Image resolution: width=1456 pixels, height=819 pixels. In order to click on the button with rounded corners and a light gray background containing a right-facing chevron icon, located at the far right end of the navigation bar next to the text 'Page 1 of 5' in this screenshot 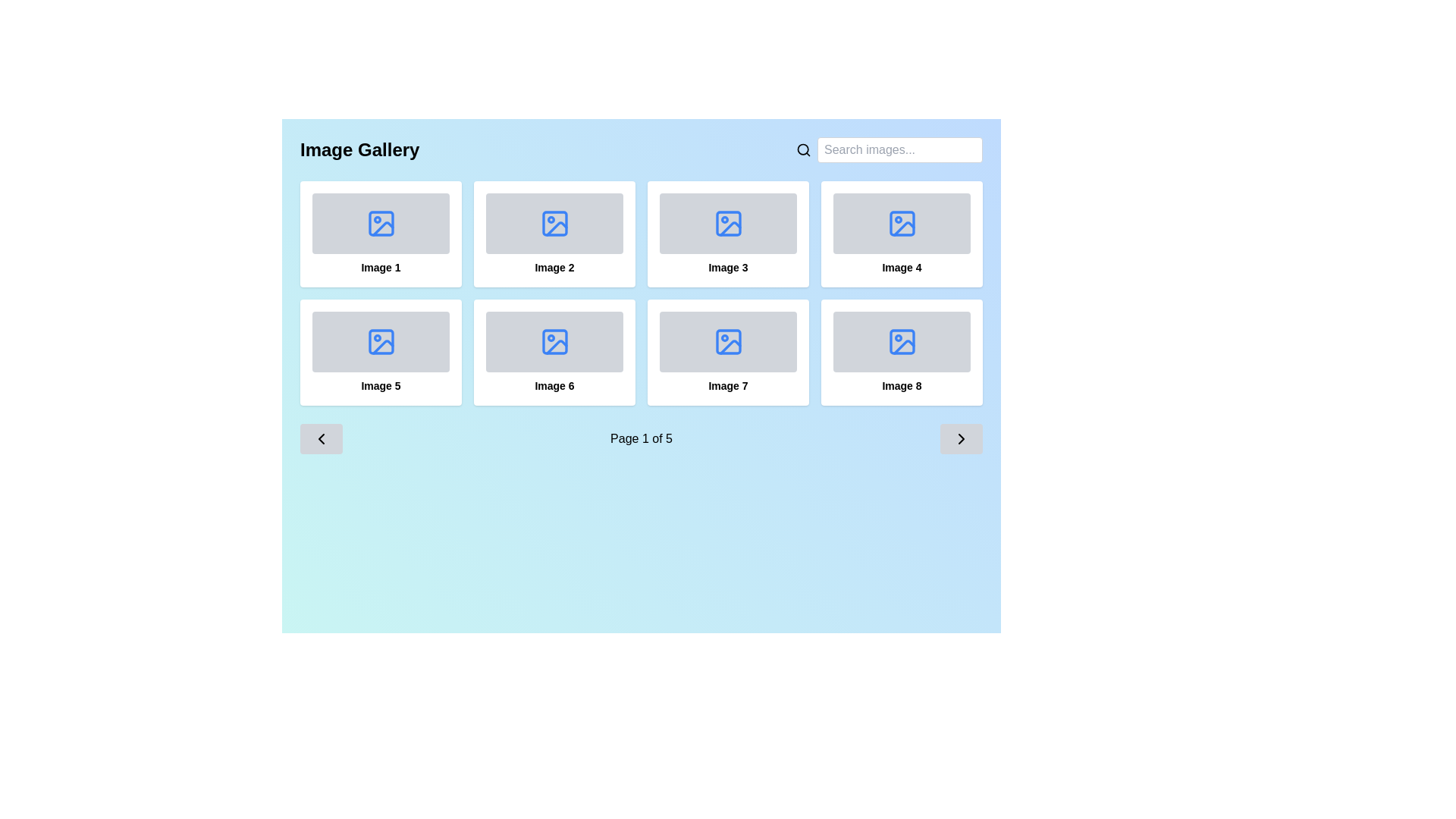, I will do `click(960, 438)`.